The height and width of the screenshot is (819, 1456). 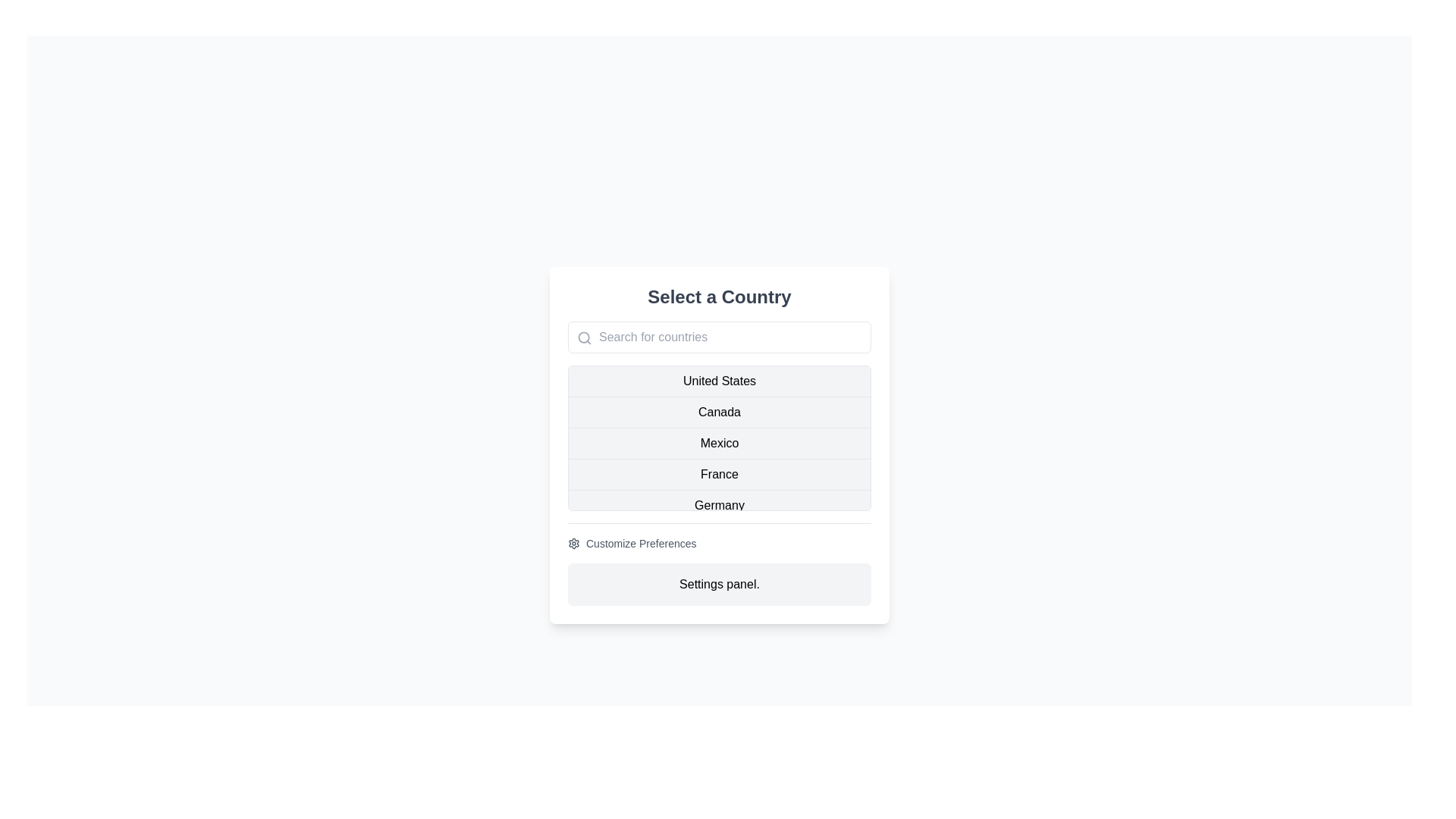 What do you see at coordinates (632, 542) in the screenshot?
I see `the interactive link with an icon and label located below the list of country names and above the settings panel, which serves` at bounding box center [632, 542].